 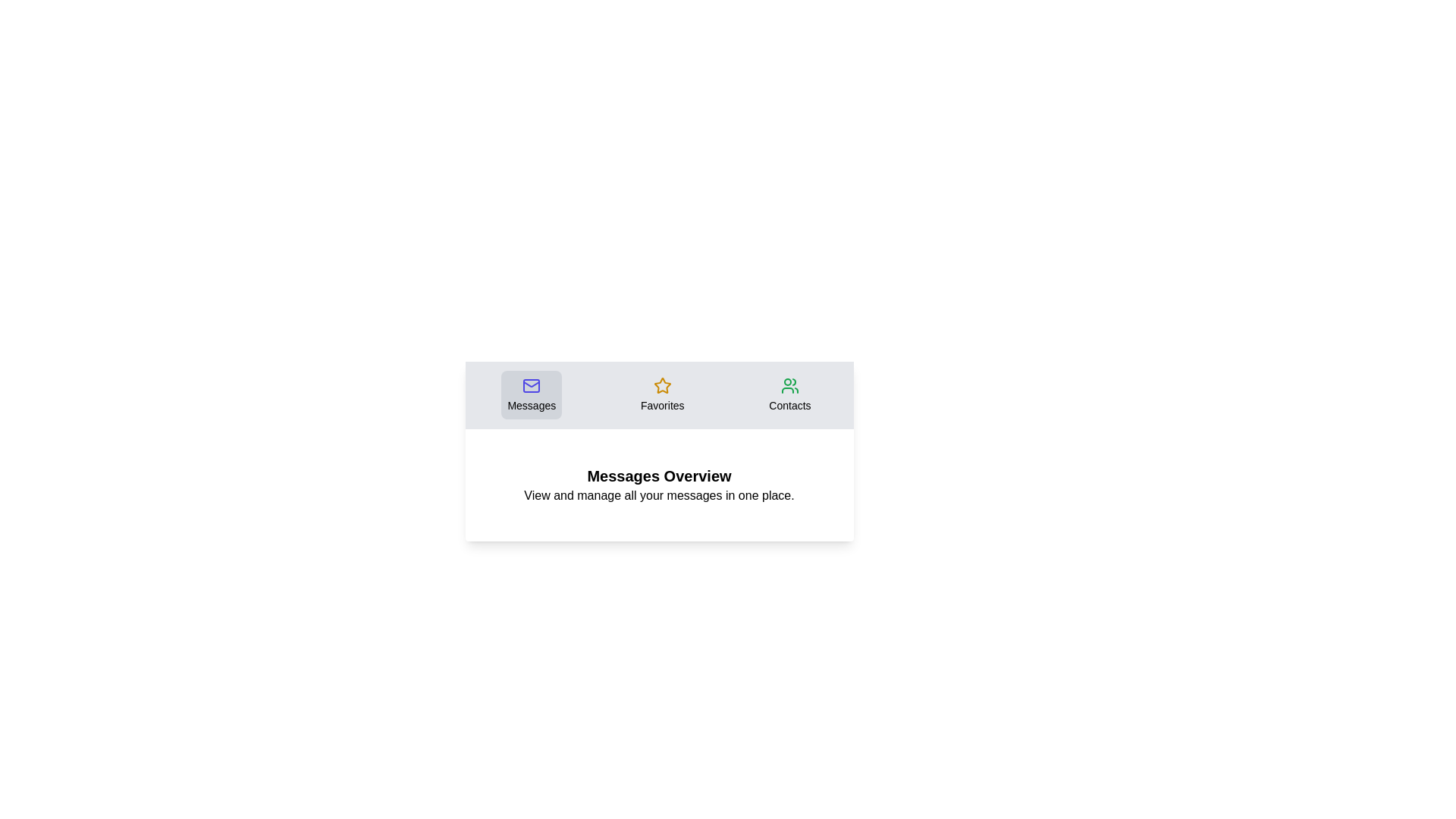 I want to click on the Favorites tab, so click(x=662, y=394).